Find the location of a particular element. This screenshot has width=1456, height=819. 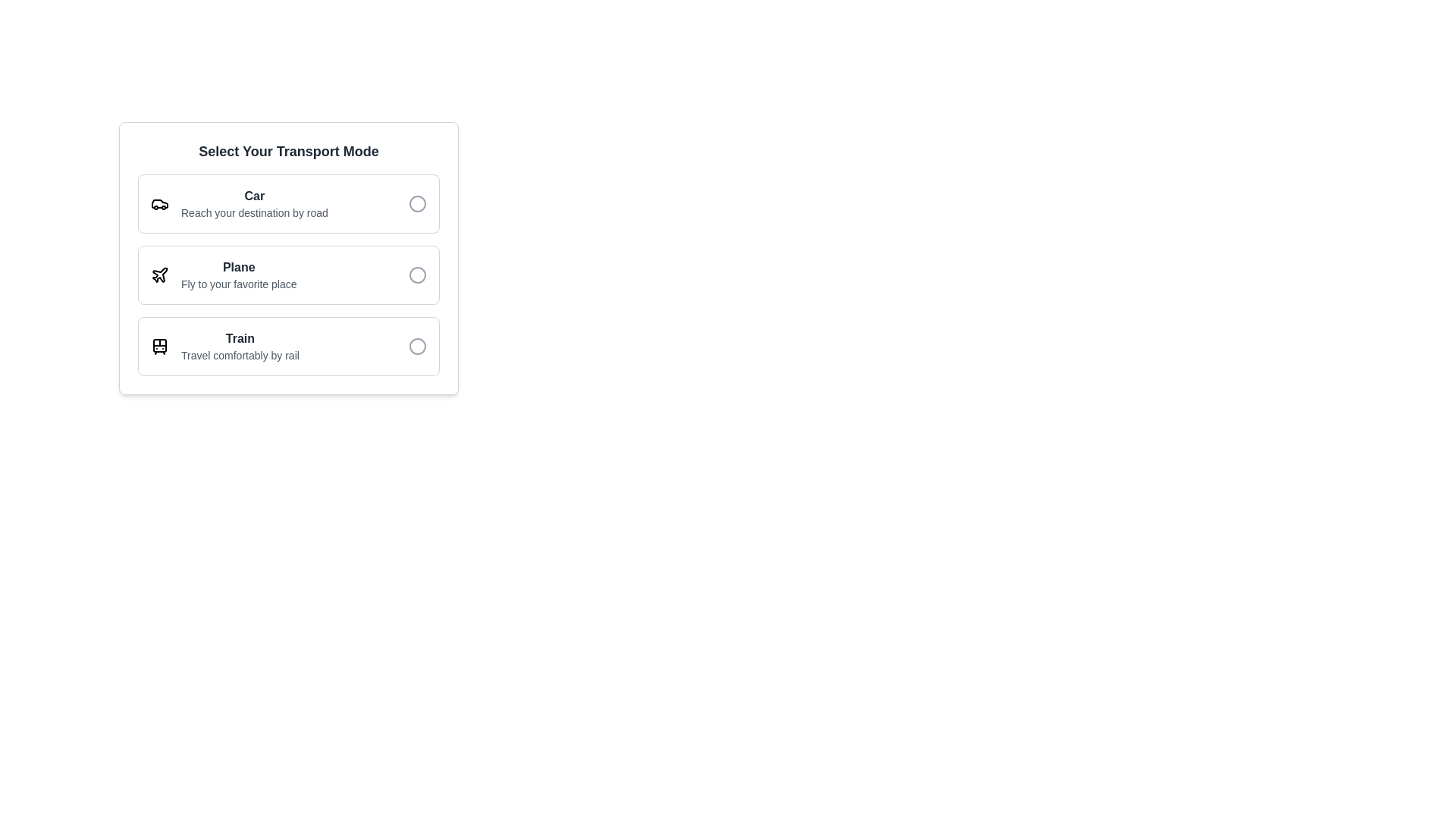

the circular radio button for the 'Plane' option is located at coordinates (418, 275).